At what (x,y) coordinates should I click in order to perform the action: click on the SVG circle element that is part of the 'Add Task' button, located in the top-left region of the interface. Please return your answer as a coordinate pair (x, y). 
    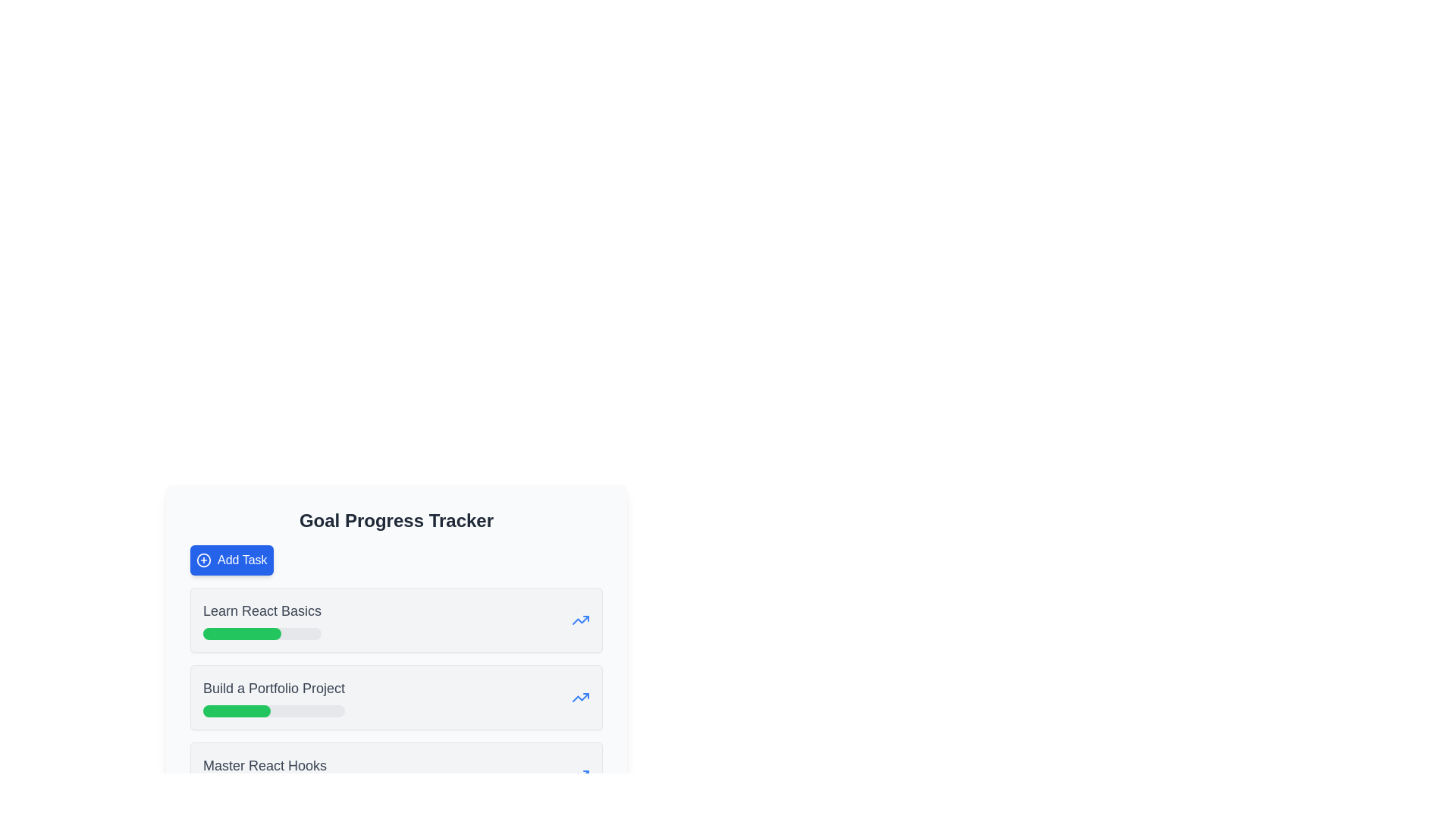
    Looking at the image, I should click on (202, 560).